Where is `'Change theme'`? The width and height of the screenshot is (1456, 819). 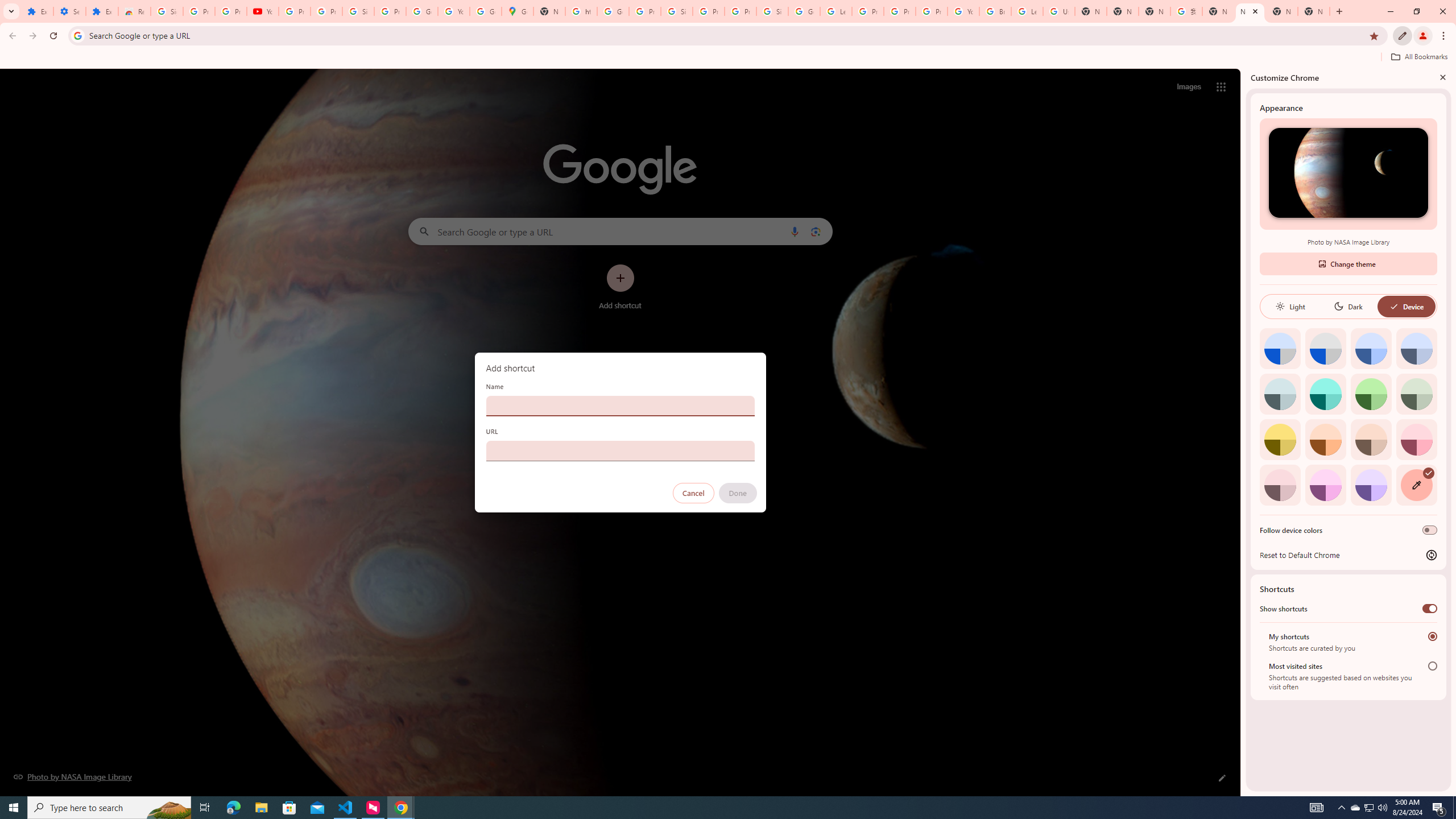
'Change theme' is located at coordinates (1347, 263).